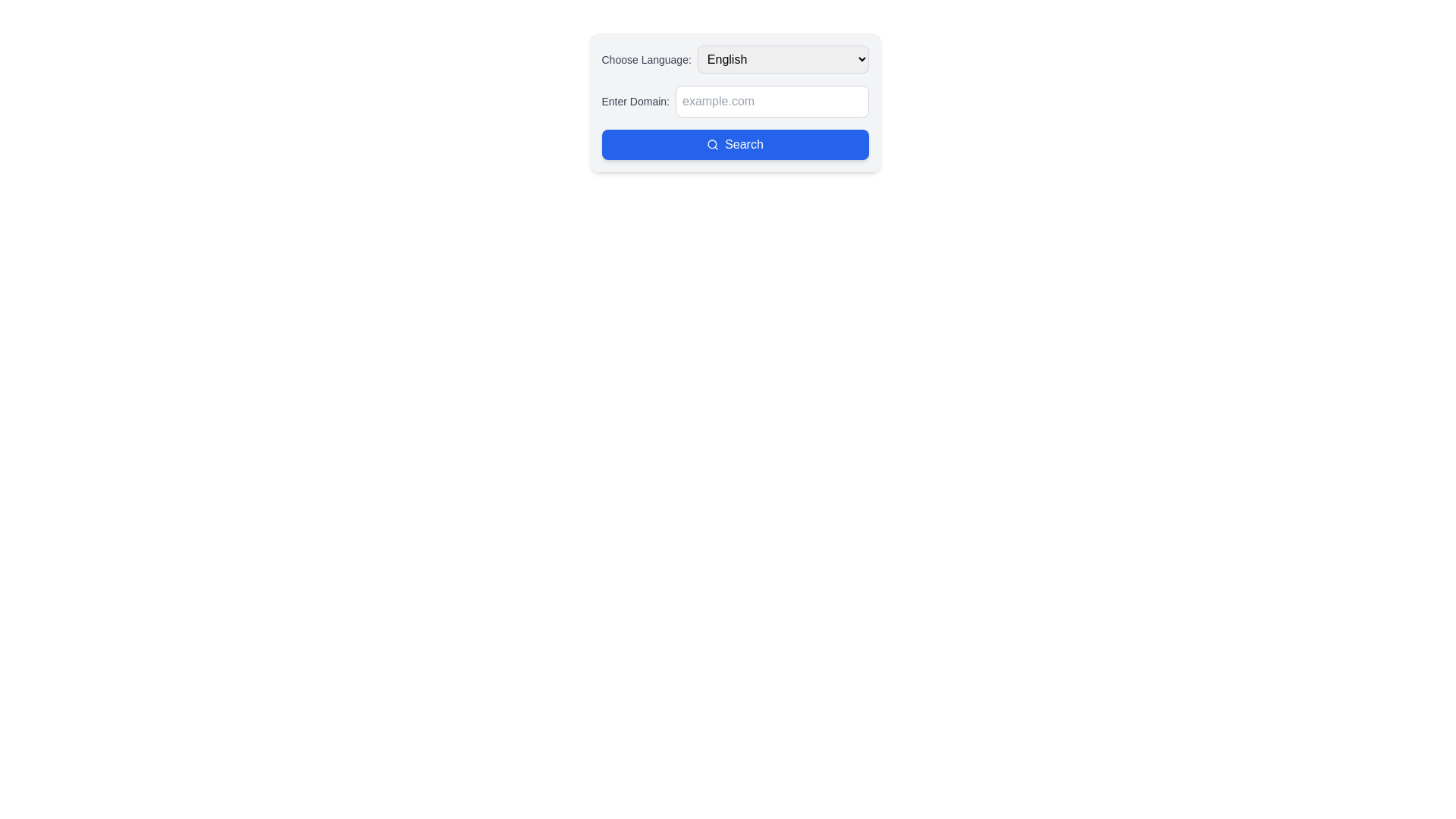 The image size is (1456, 819). I want to click on the instructional Text label that indicates the purpose of the adjacent input field for domain name entry, positioned to the left of the input field in the middle-right of the interface, below the 'Choose Language:' dropdown, so click(635, 102).